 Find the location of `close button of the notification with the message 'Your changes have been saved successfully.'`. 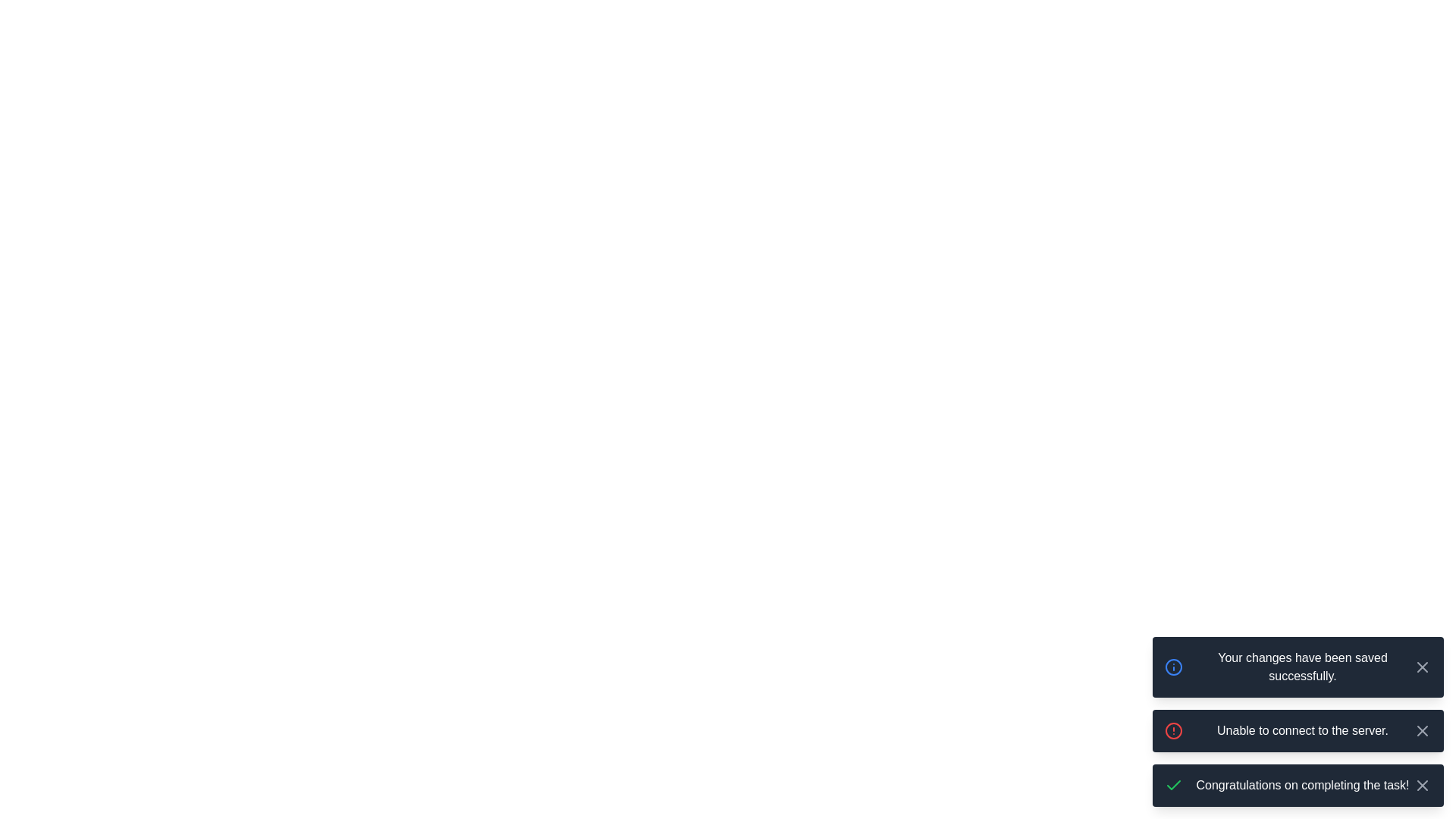

close button of the notification with the message 'Your changes have been saved successfully.' is located at coordinates (1422, 666).